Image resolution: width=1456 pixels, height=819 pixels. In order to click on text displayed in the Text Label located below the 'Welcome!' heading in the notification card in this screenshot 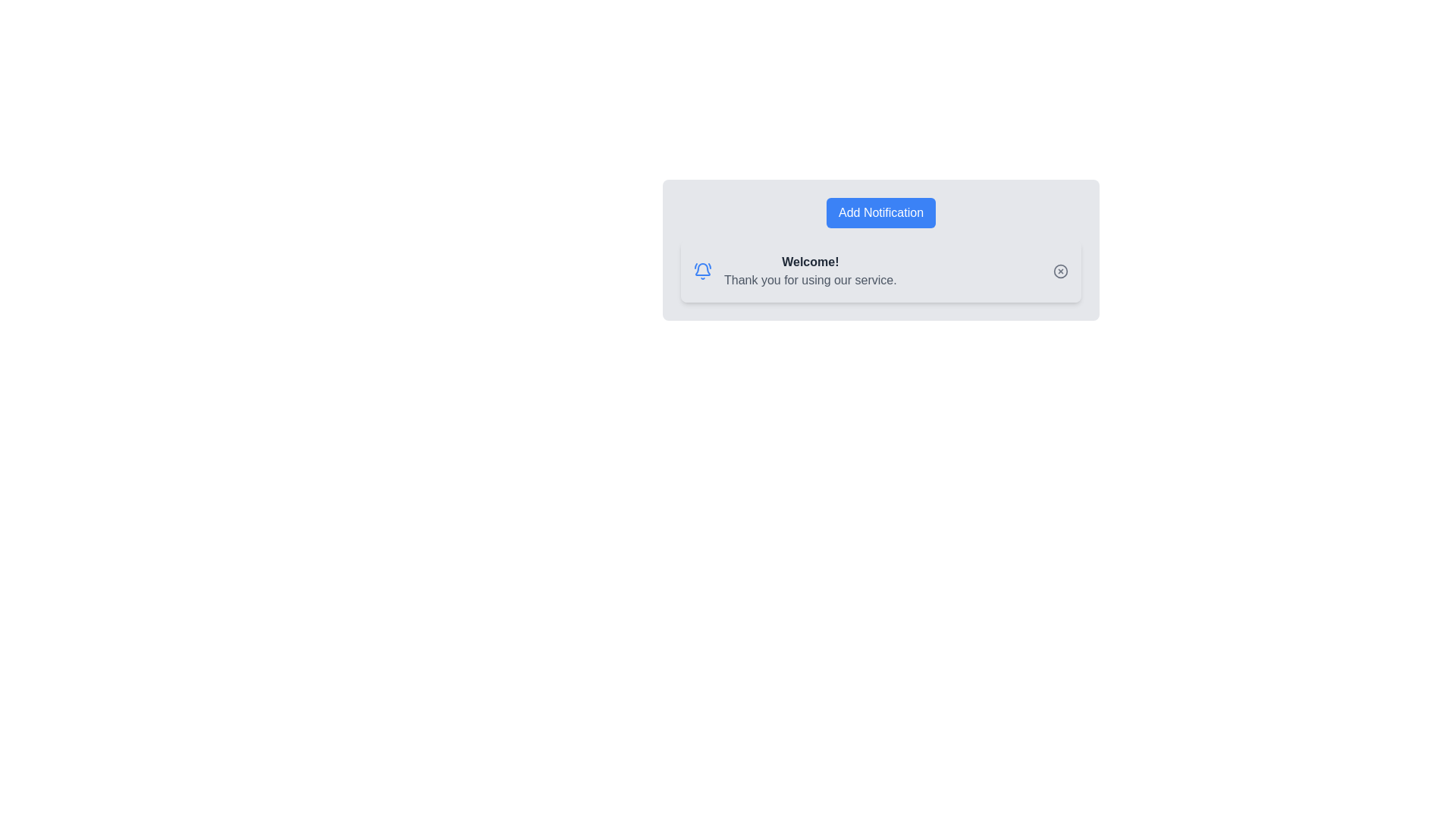, I will do `click(809, 281)`.